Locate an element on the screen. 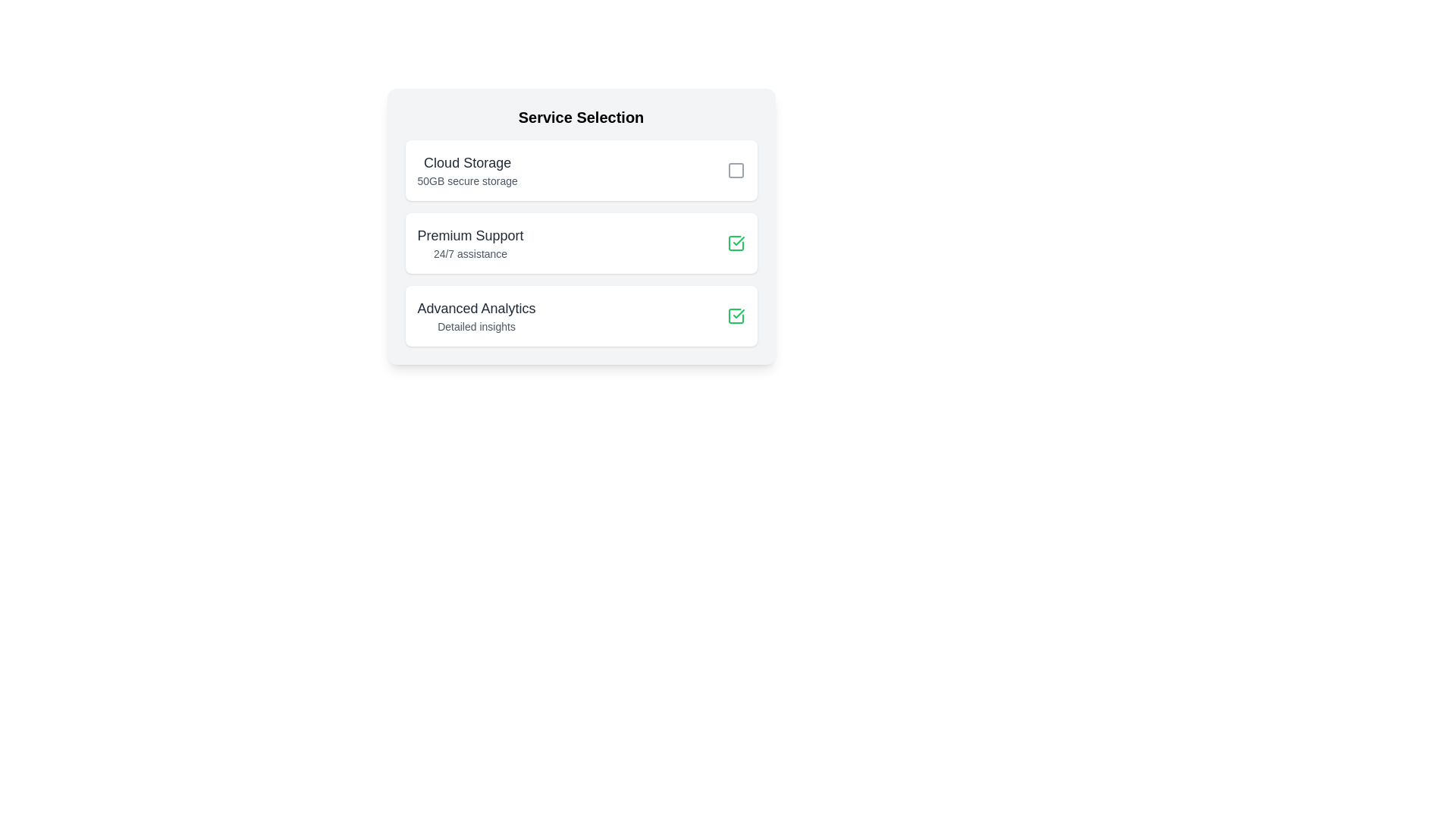  the square-shaped icon button styled for selection located at the far right of the 'Cloud Storage' list item is located at coordinates (736, 170).